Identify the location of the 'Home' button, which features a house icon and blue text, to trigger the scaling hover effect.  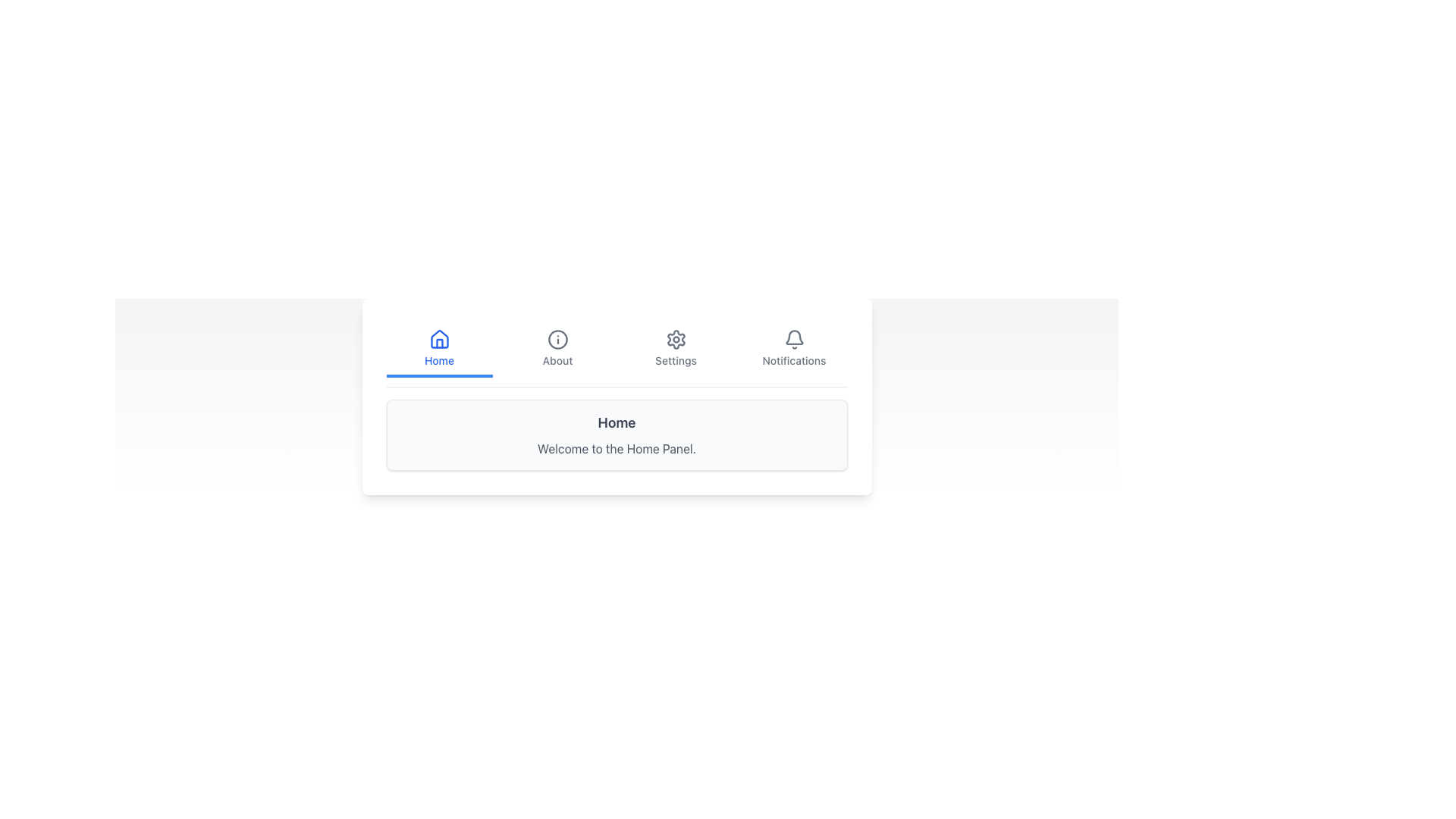
(438, 350).